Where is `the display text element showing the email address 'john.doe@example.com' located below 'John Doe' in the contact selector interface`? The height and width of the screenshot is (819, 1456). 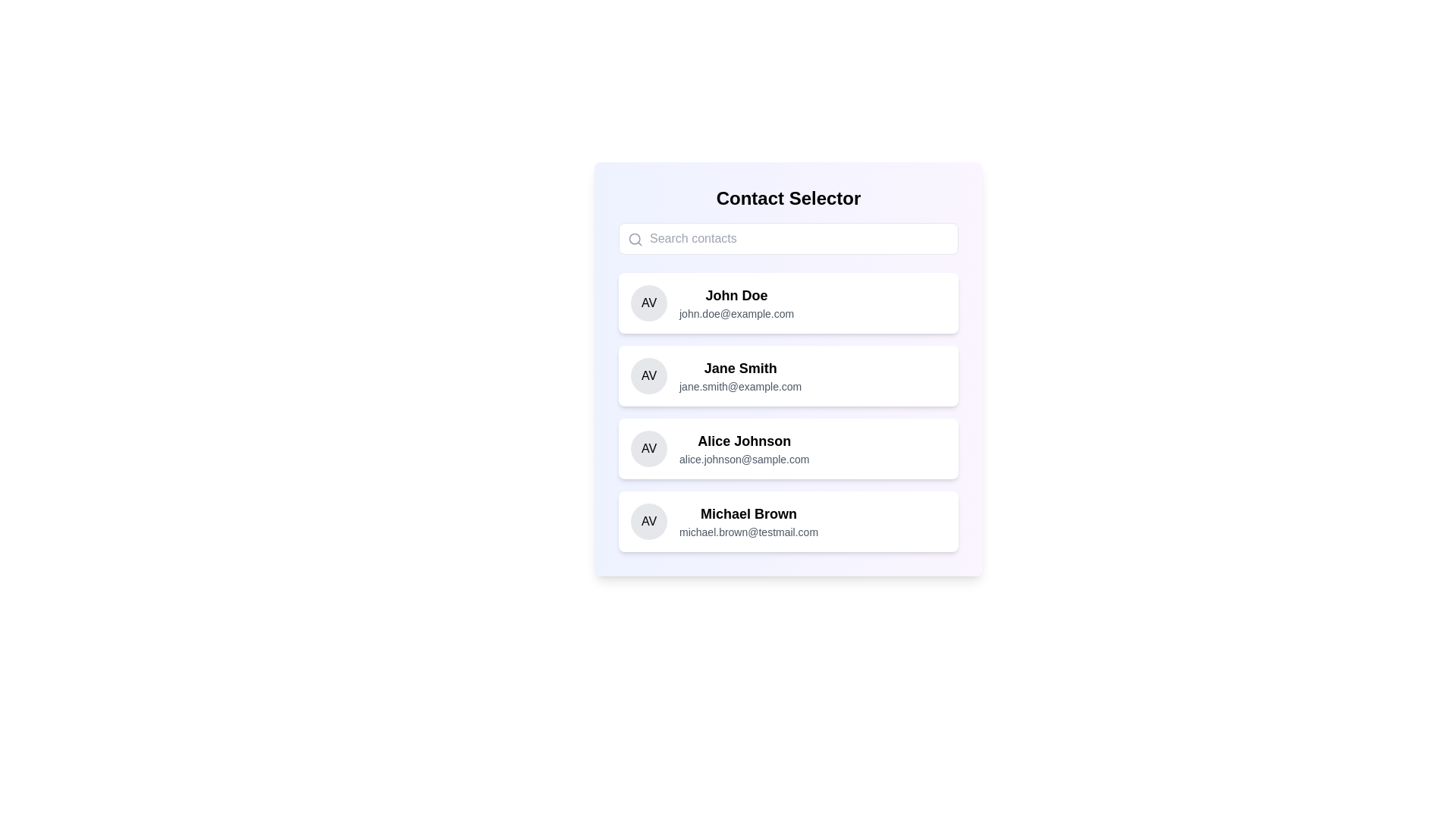 the display text element showing the email address 'john.doe@example.com' located below 'John Doe' in the contact selector interface is located at coordinates (736, 312).